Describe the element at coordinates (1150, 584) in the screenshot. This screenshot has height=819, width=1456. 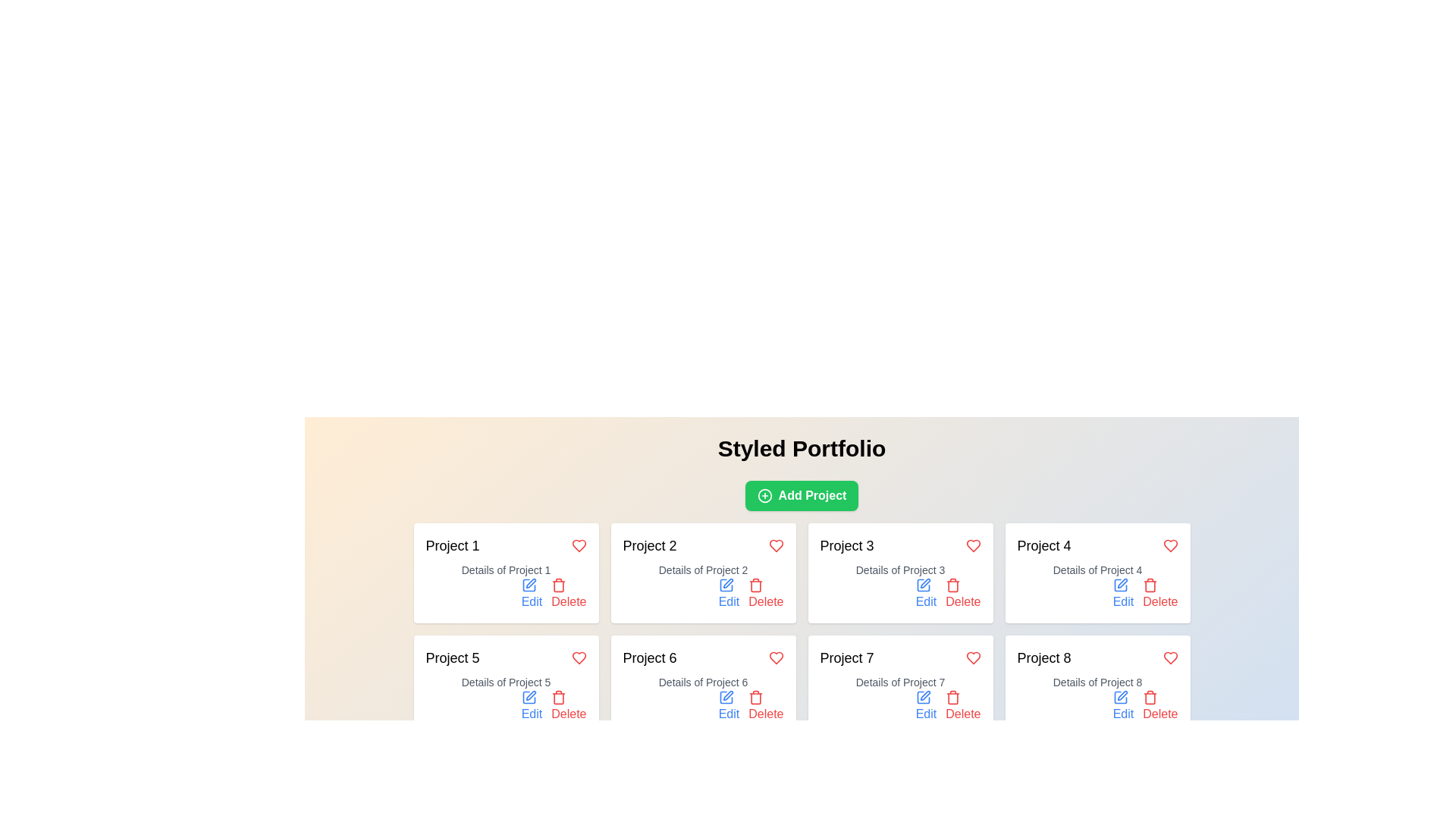
I see `the red trash icon located in the bottom right corner of the 'Project 4' card` at that location.